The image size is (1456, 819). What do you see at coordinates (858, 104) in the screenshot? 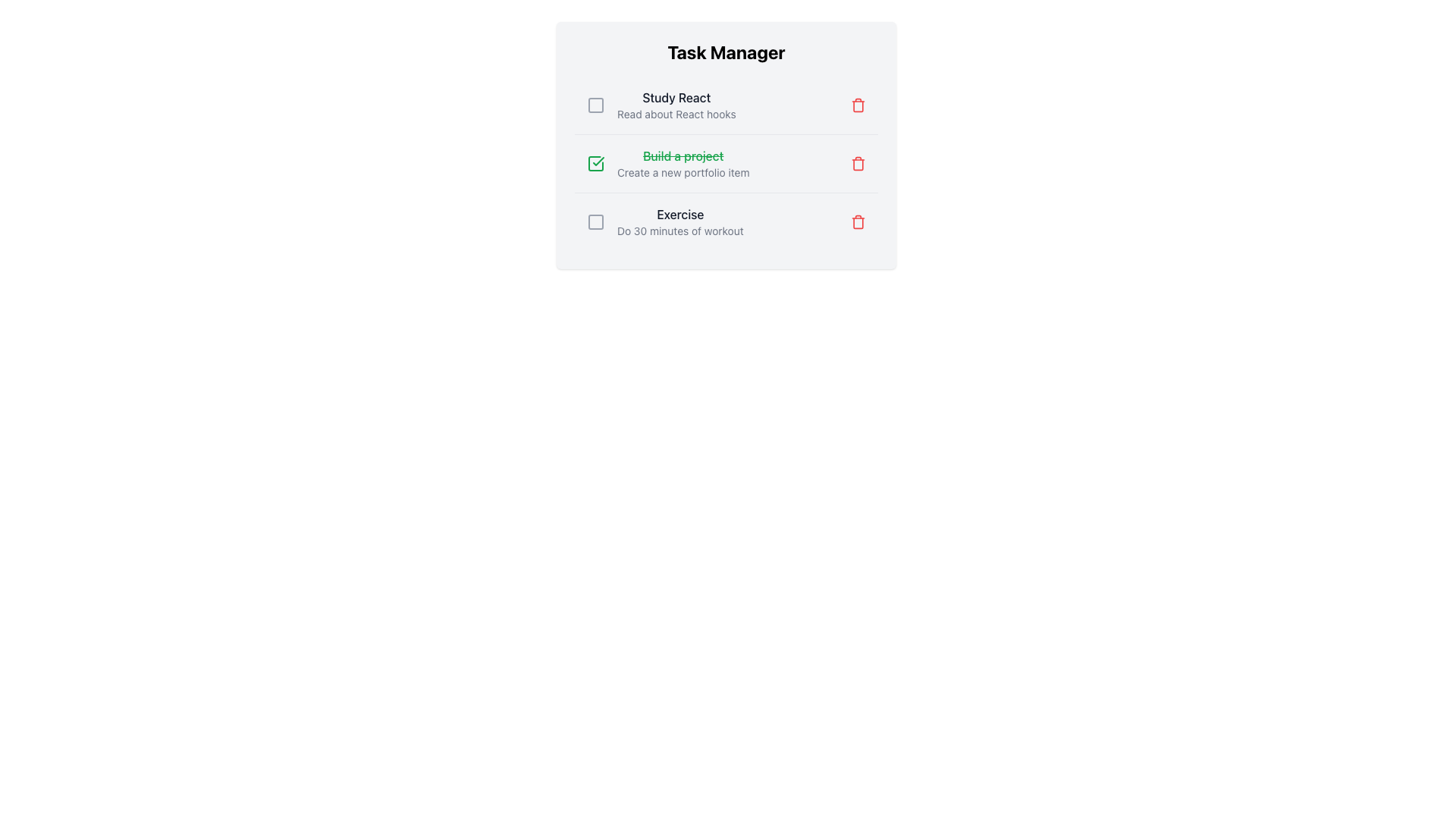
I see `the delete button located on the right-hand side of the task item labeled 'Study React'` at bounding box center [858, 104].